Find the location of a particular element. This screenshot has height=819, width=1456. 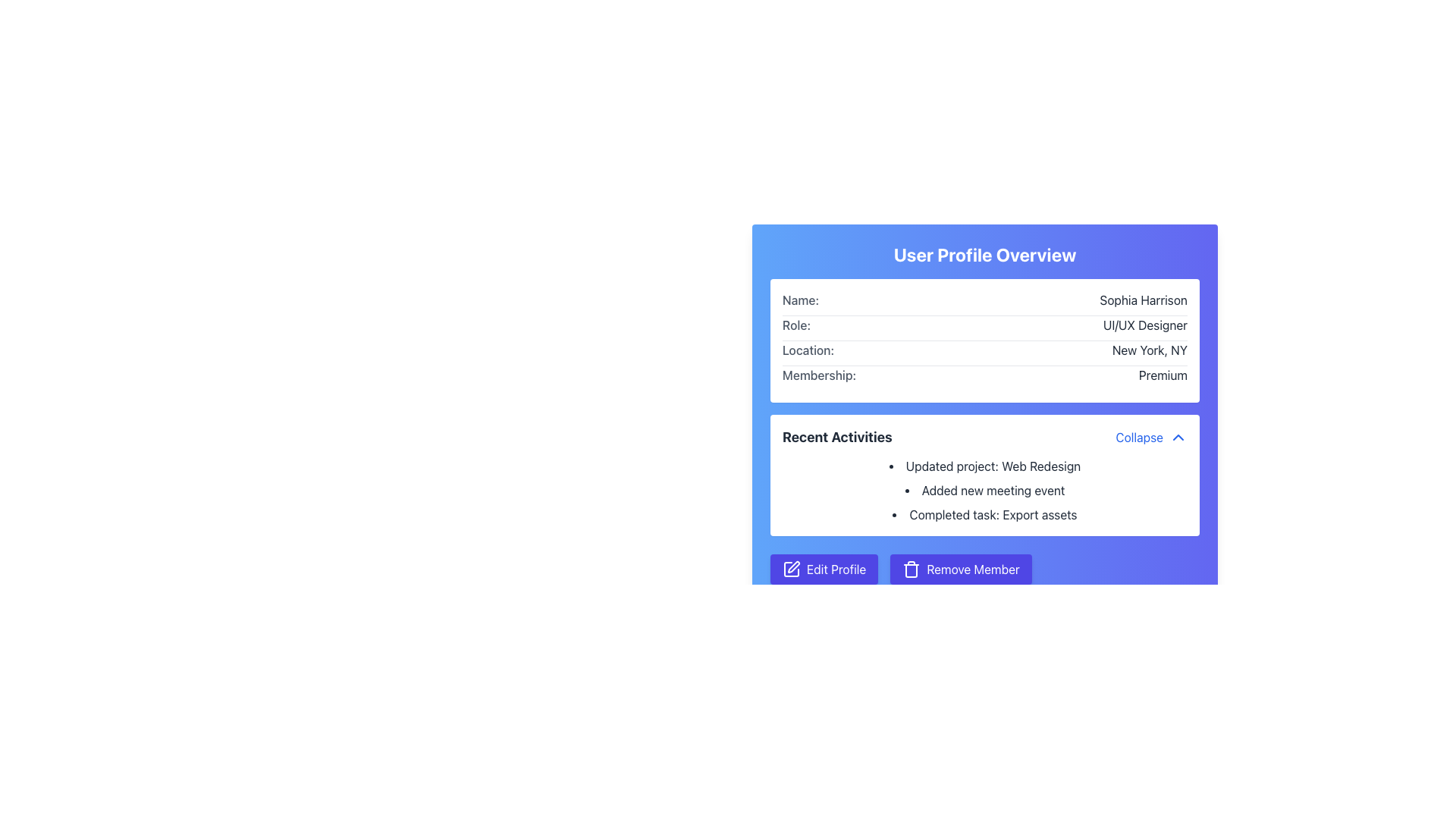

text of the first list item under the 'Recent Activities' section, which displays 'Updated project: Web Redesign' is located at coordinates (985, 465).